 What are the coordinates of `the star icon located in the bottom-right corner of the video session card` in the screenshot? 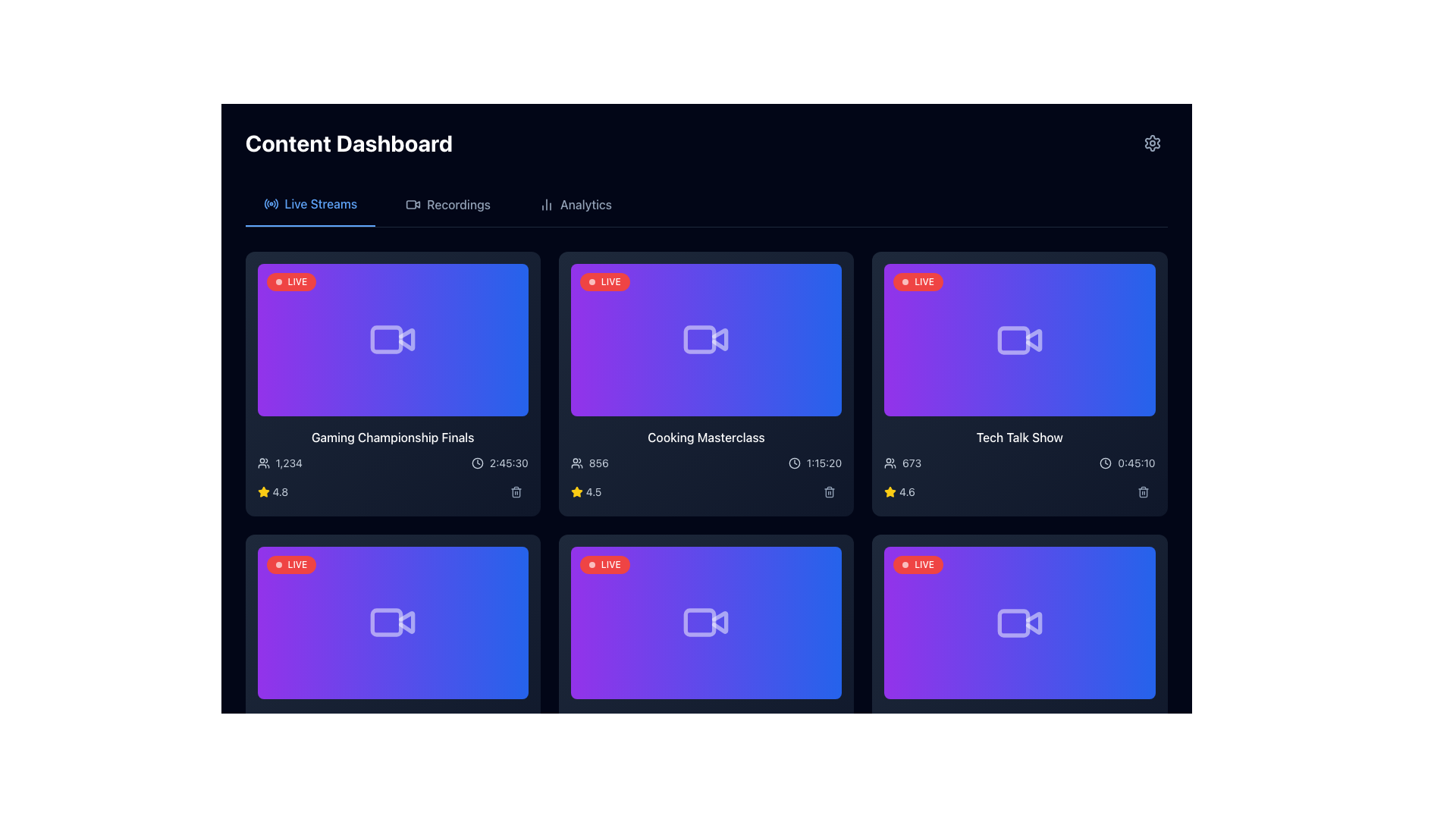 It's located at (263, 491).